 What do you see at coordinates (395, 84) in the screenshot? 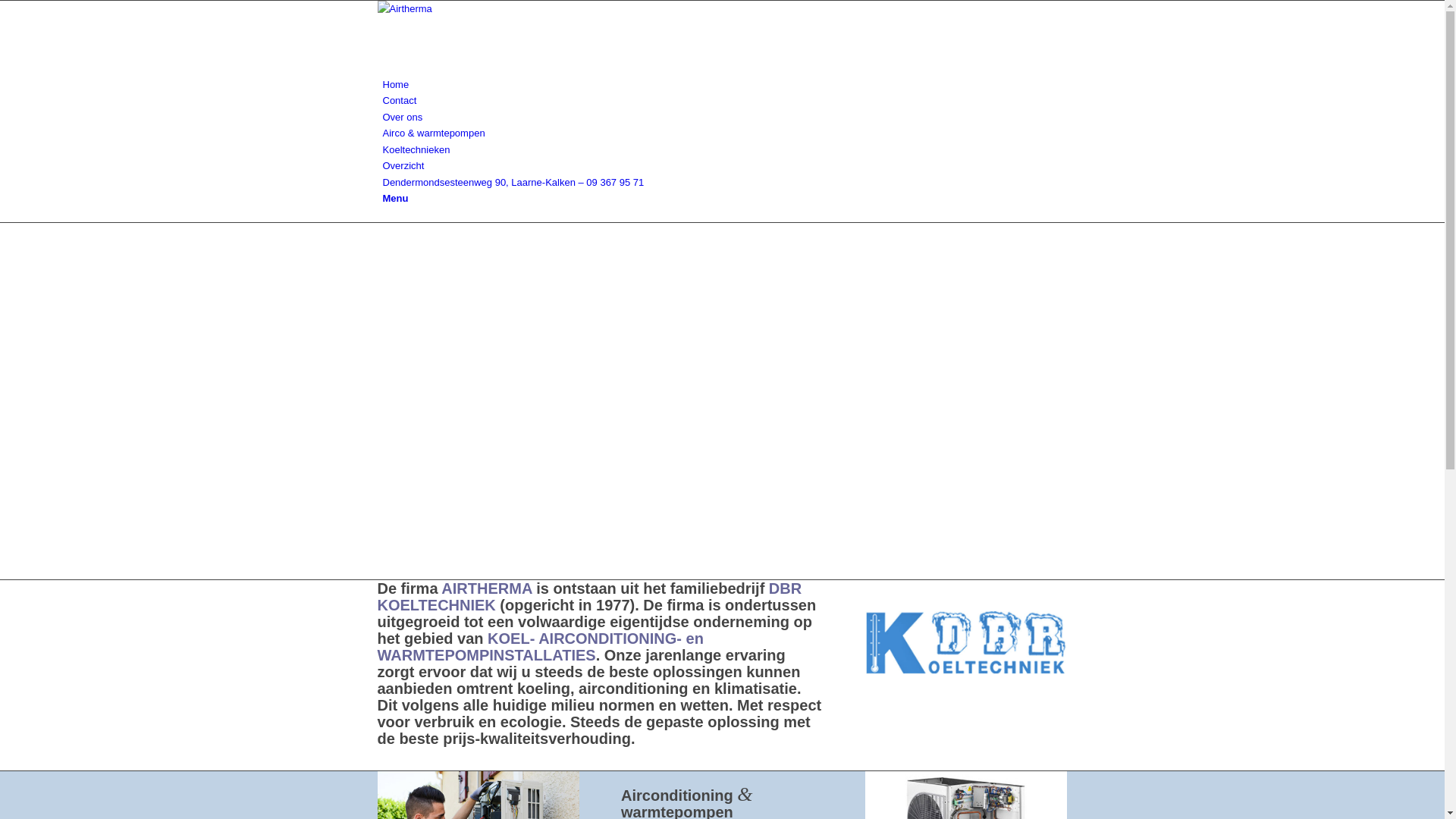
I see `'Home'` at bounding box center [395, 84].